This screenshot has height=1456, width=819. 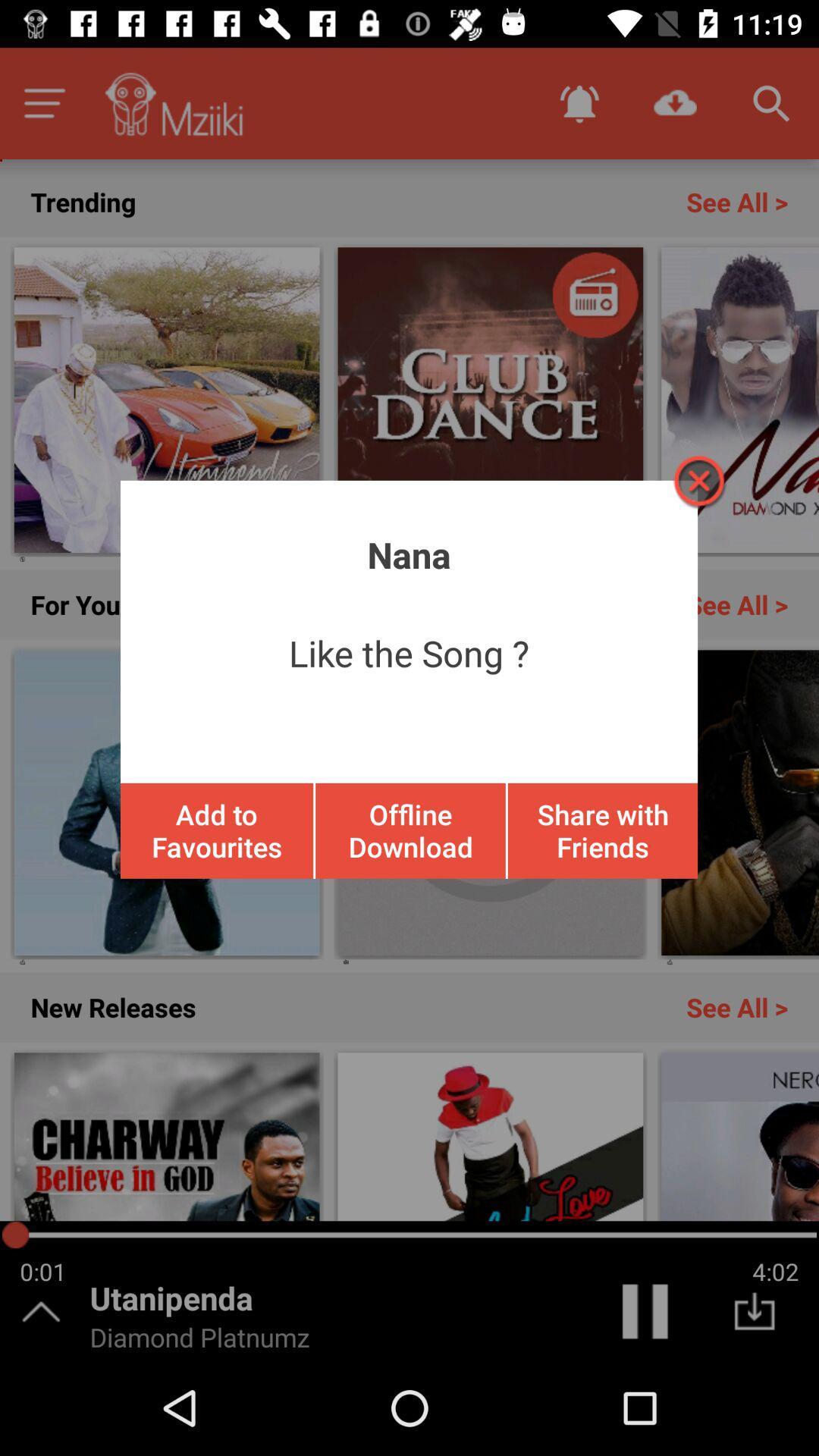 I want to click on icon above the nana item, so click(x=698, y=480).